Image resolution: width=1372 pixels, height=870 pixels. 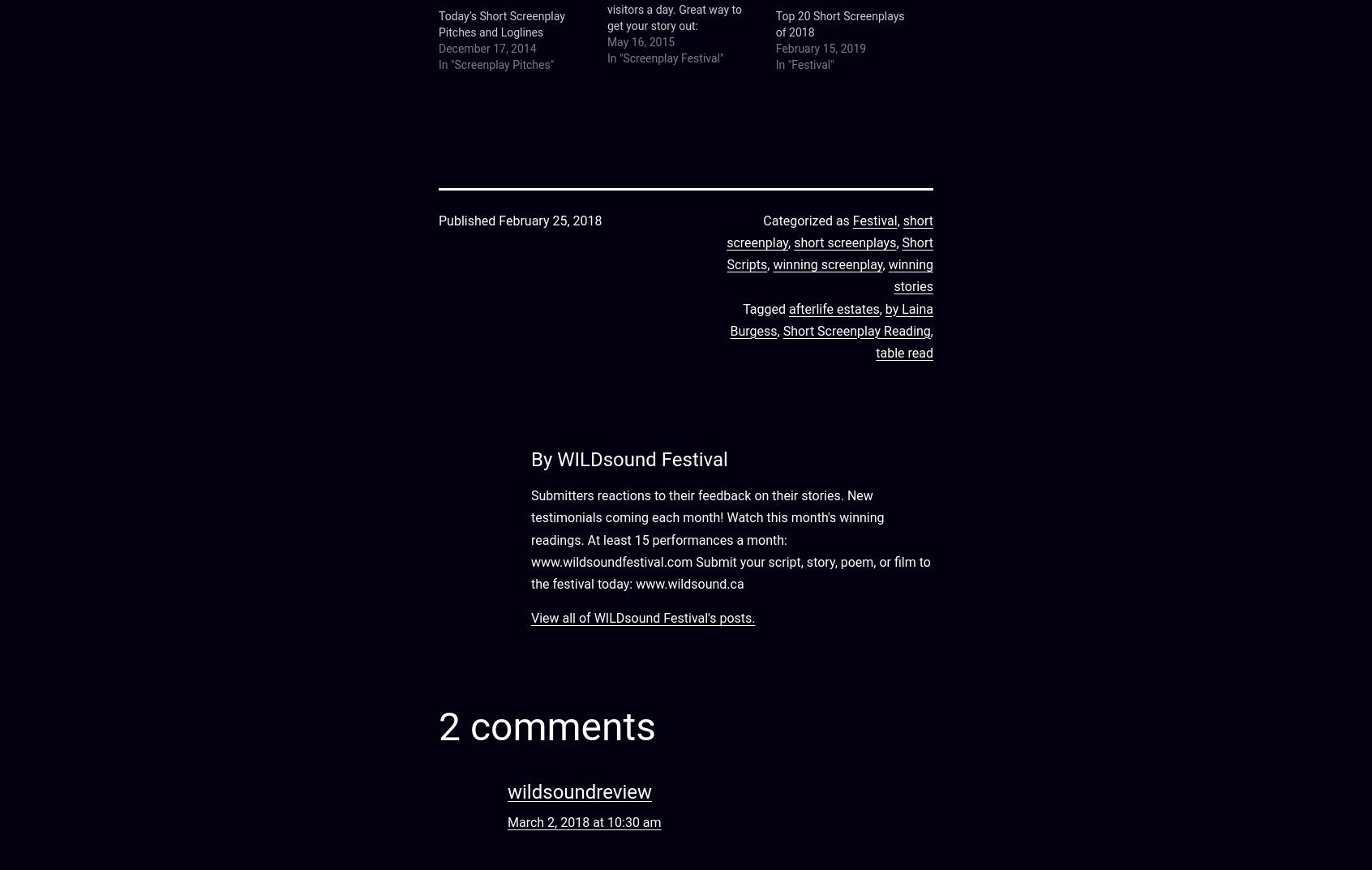 What do you see at coordinates (530, 540) in the screenshot?
I see `'Submitters reactions to their feedback on their stories. New testimonials coming each month!

Watch this month's winning readings. At least 15 performances a month:

www.wildsoundfestival.com

Submit your script, story, poem, or film to the festival today:

www.wildsound.ca'` at bounding box center [530, 540].